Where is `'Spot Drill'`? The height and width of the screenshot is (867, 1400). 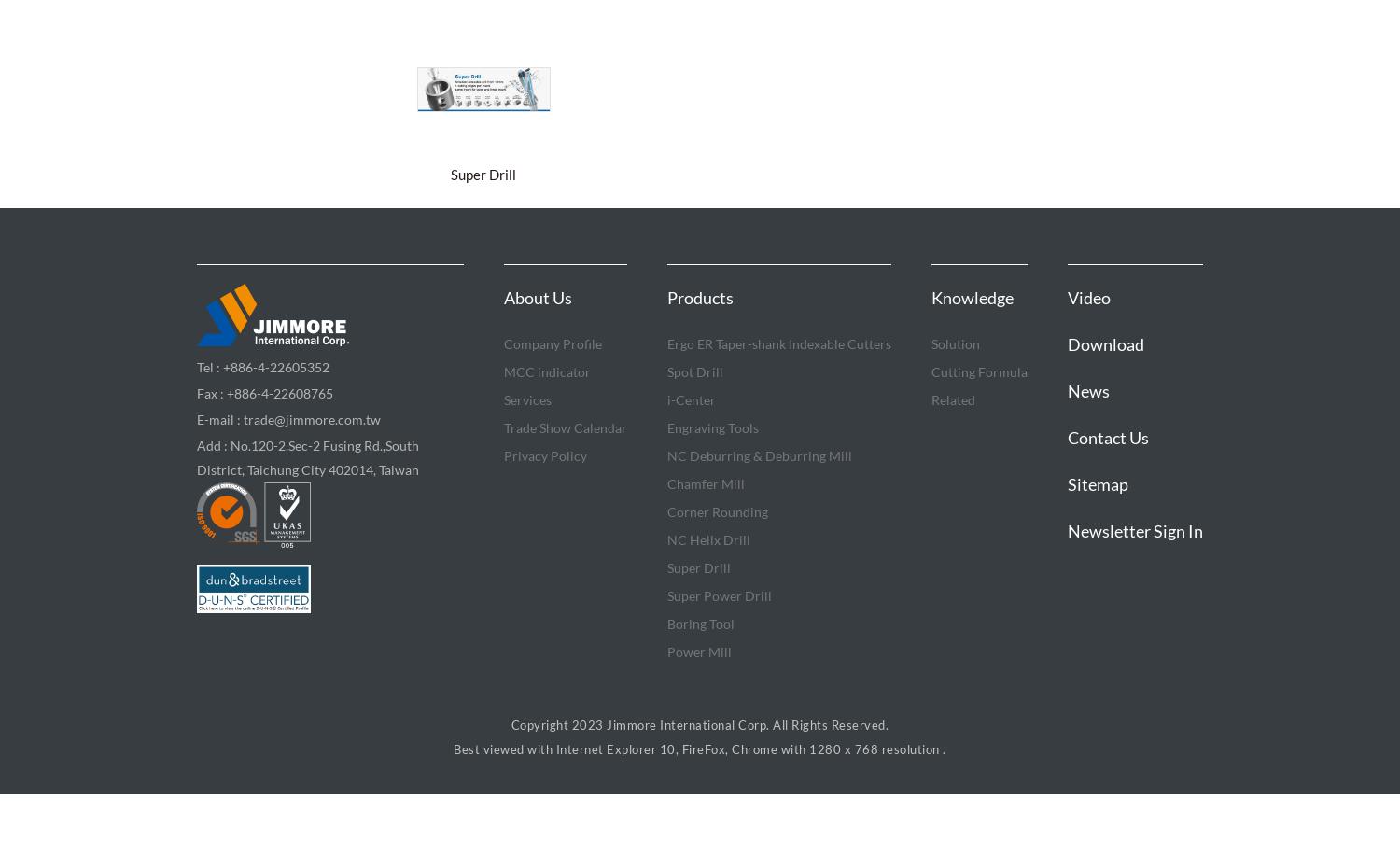 'Spot Drill' is located at coordinates (694, 371).